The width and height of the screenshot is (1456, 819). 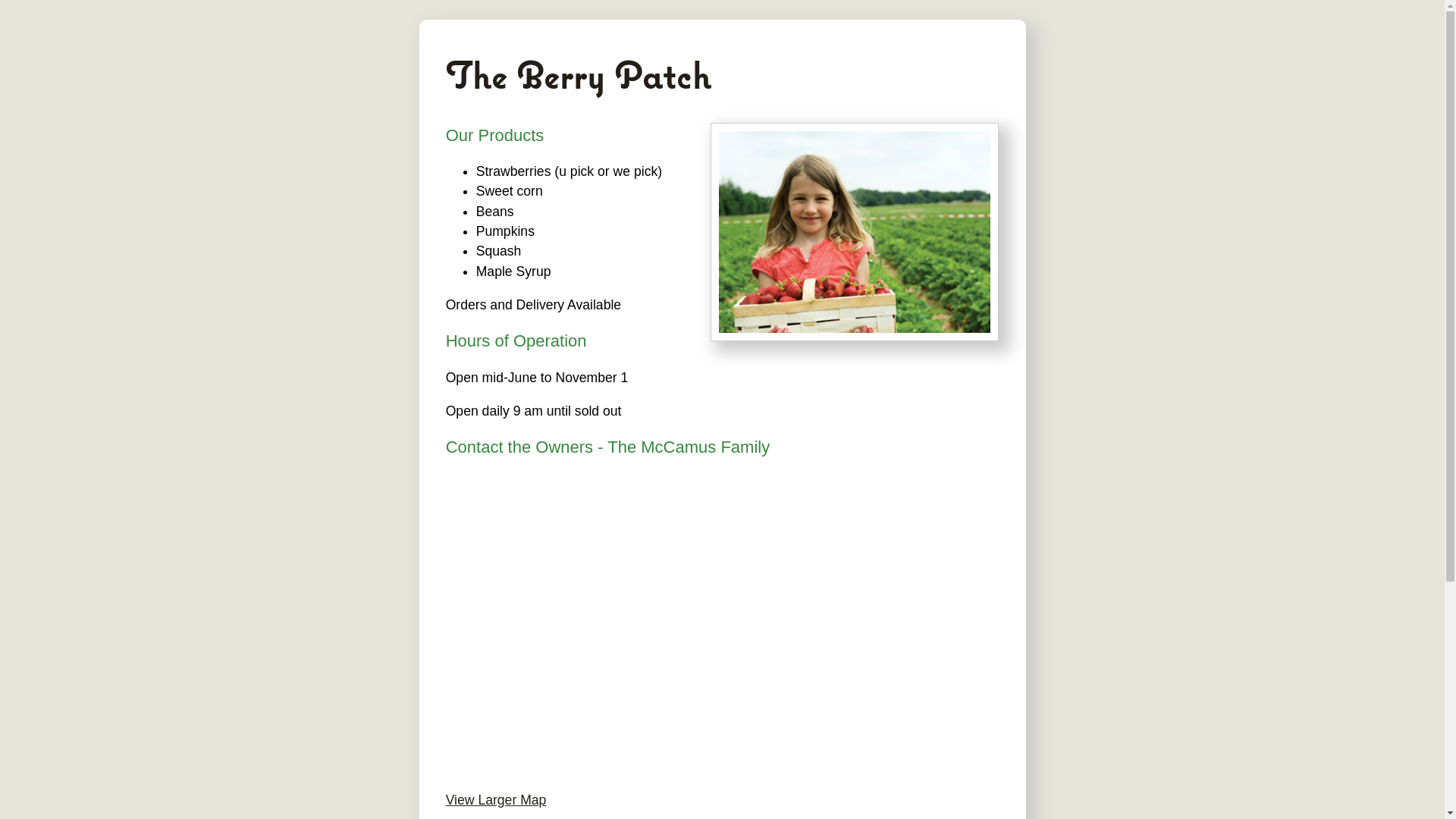 I want to click on 'View Larger Map', so click(x=496, y=799).